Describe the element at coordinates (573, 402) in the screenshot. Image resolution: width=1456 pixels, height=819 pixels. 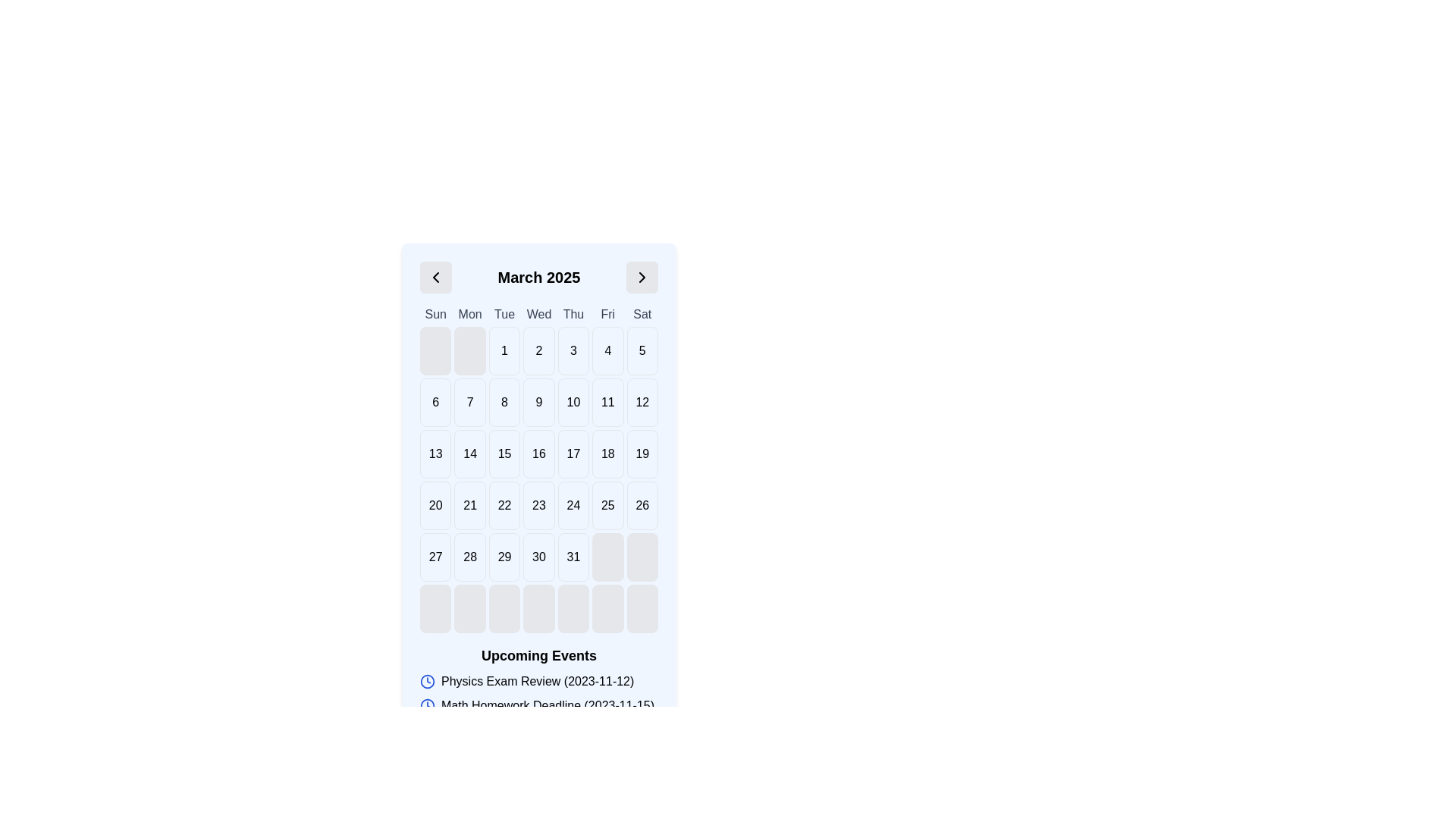
I see `the calendar date button with the number '10' that is located in the second row and fifth column of the calendar grid` at that location.